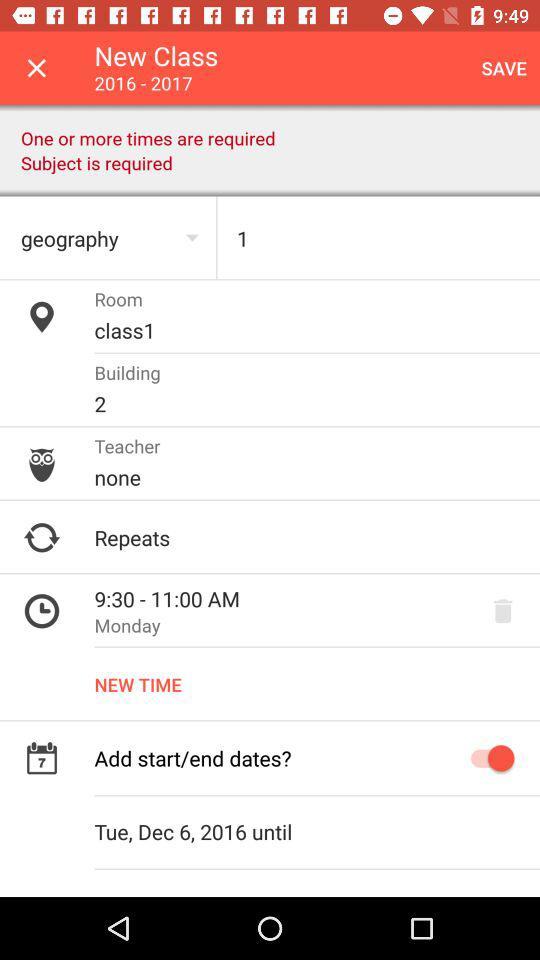 Image resolution: width=540 pixels, height=960 pixels. What do you see at coordinates (502, 610) in the screenshot?
I see `delete` at bounding box center [502, 610].